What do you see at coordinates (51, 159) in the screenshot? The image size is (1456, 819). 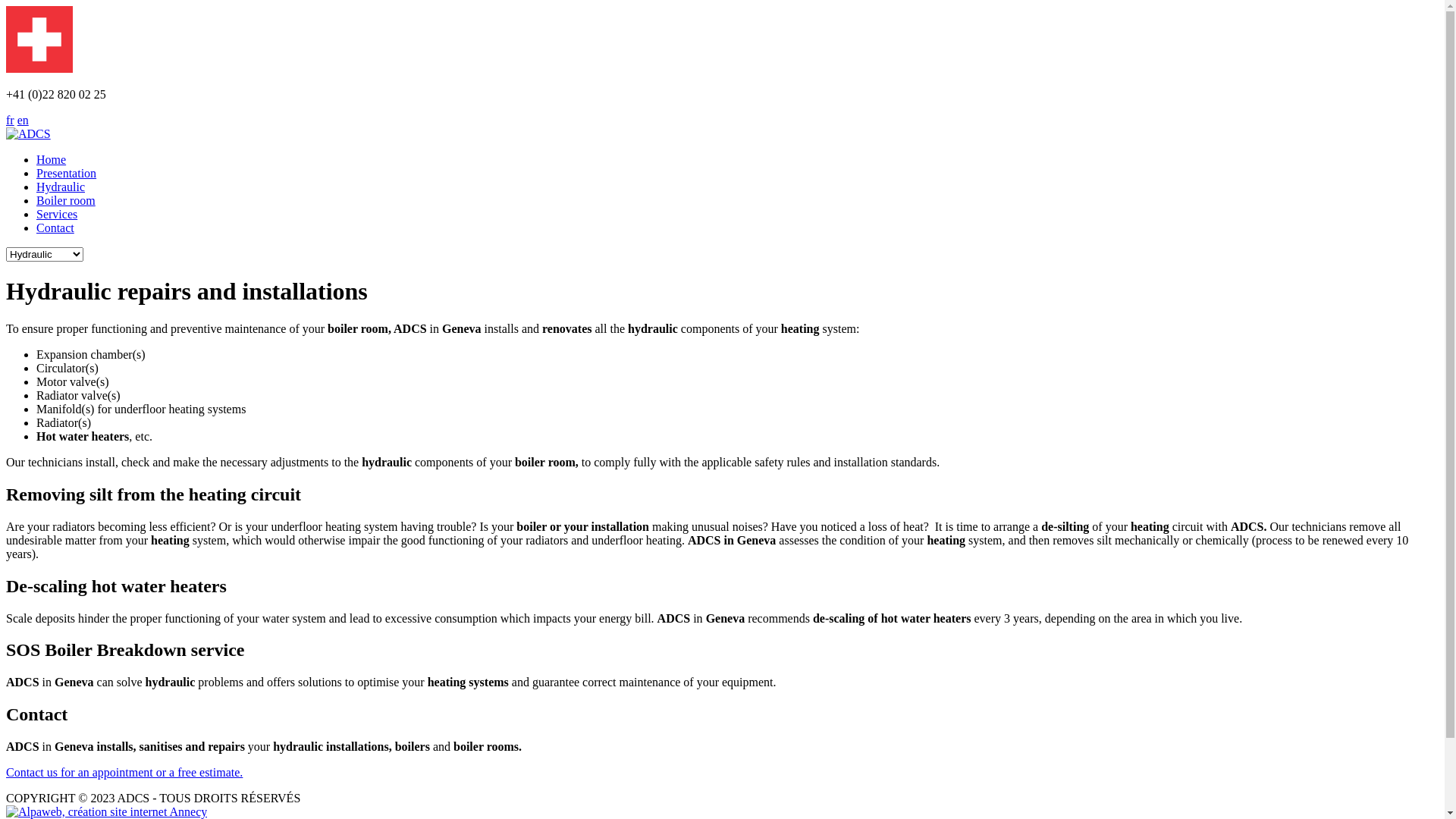 I see `'Home'` at bounding box center [51, 159].